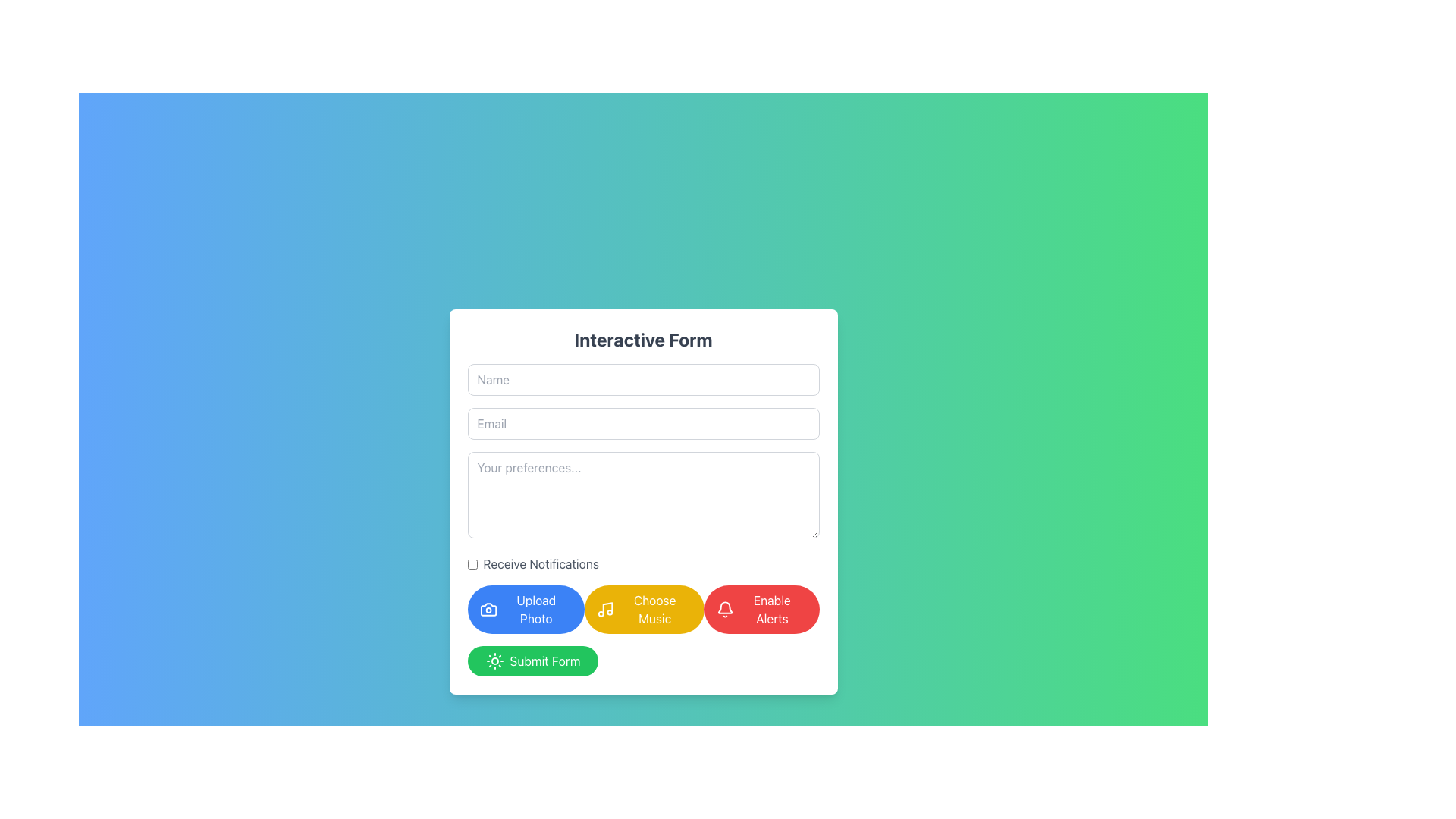  Describe the element at coordinates (472, 564) in the screenshot. I see `the checkbox for receiving notifications, located to the left of the label 'Receive Notifications'` at that location.